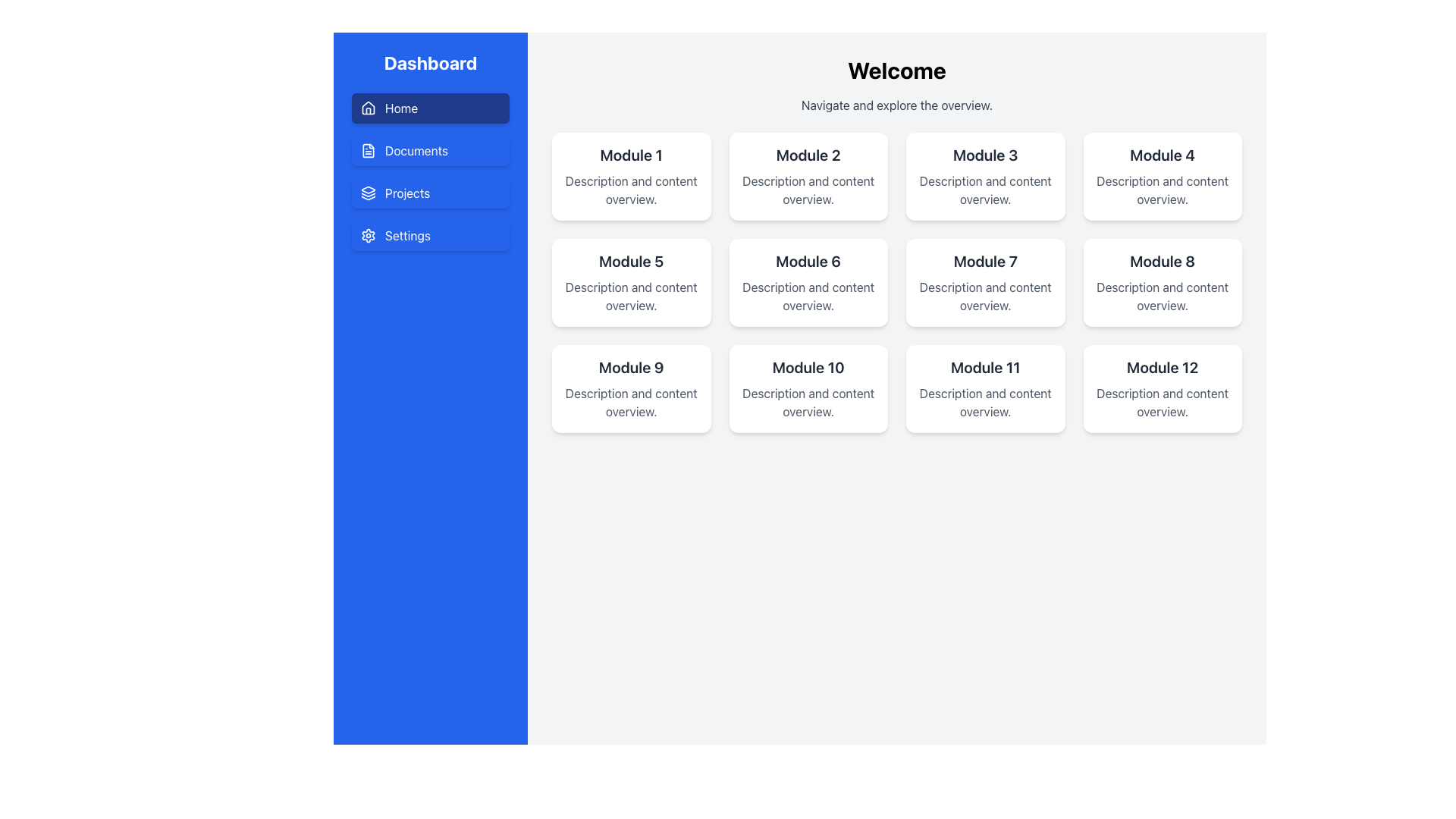  What do you see at coordinates (896, 104) in the screenshot?
I see `the gray text label that reads 'Navigate and explore the overview.' which is positioned below the 'Welcome' heading` at bounding box center [896, 104].